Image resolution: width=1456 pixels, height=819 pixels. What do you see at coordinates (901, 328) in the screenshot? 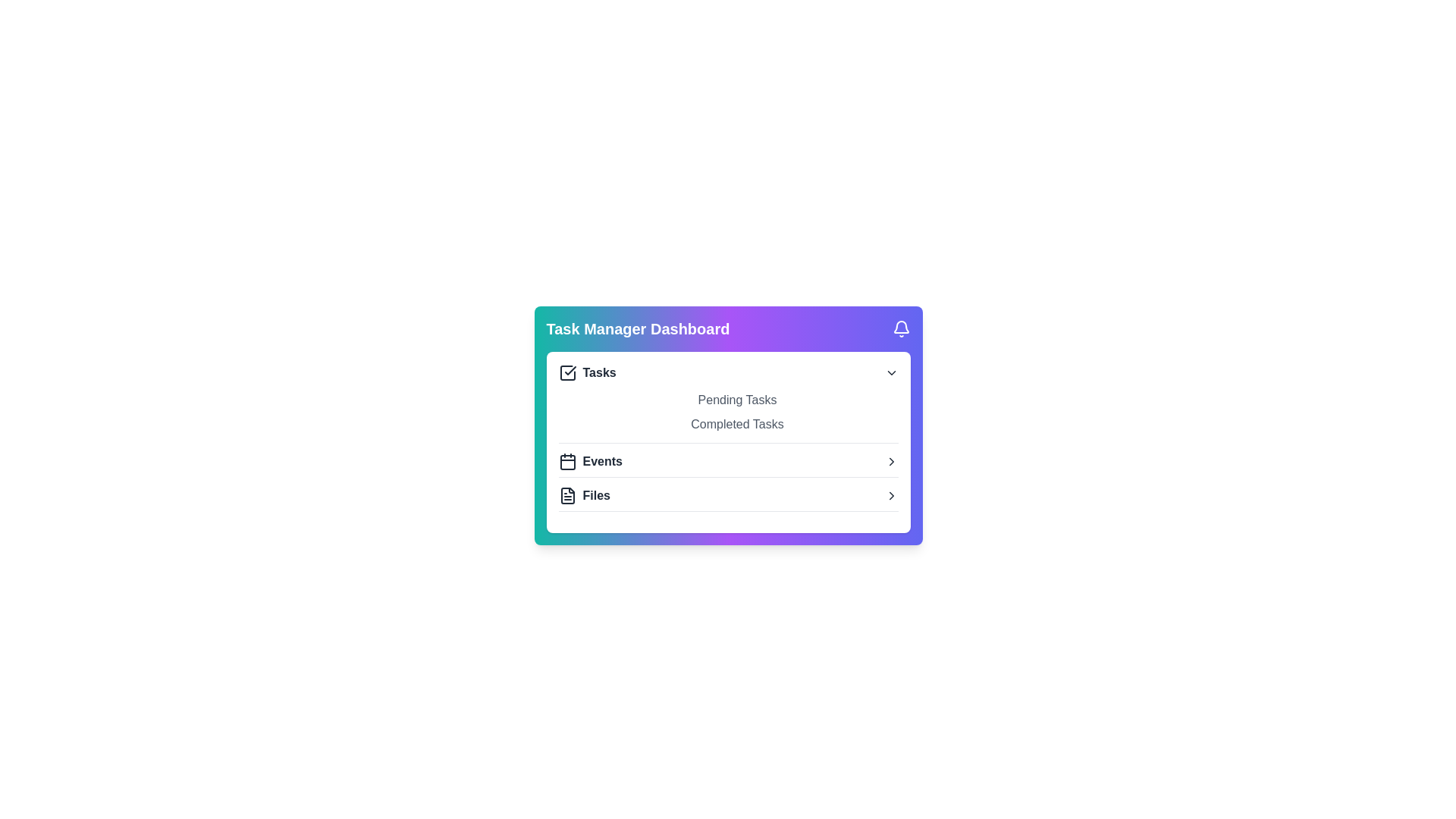
I see `the notification bell icon, which is a white bell icon on a purple gradient background located at the top-right corner of the 'Task Manager Dashboard' section, to trigger a hover animation` at bounding box center [901, 328].